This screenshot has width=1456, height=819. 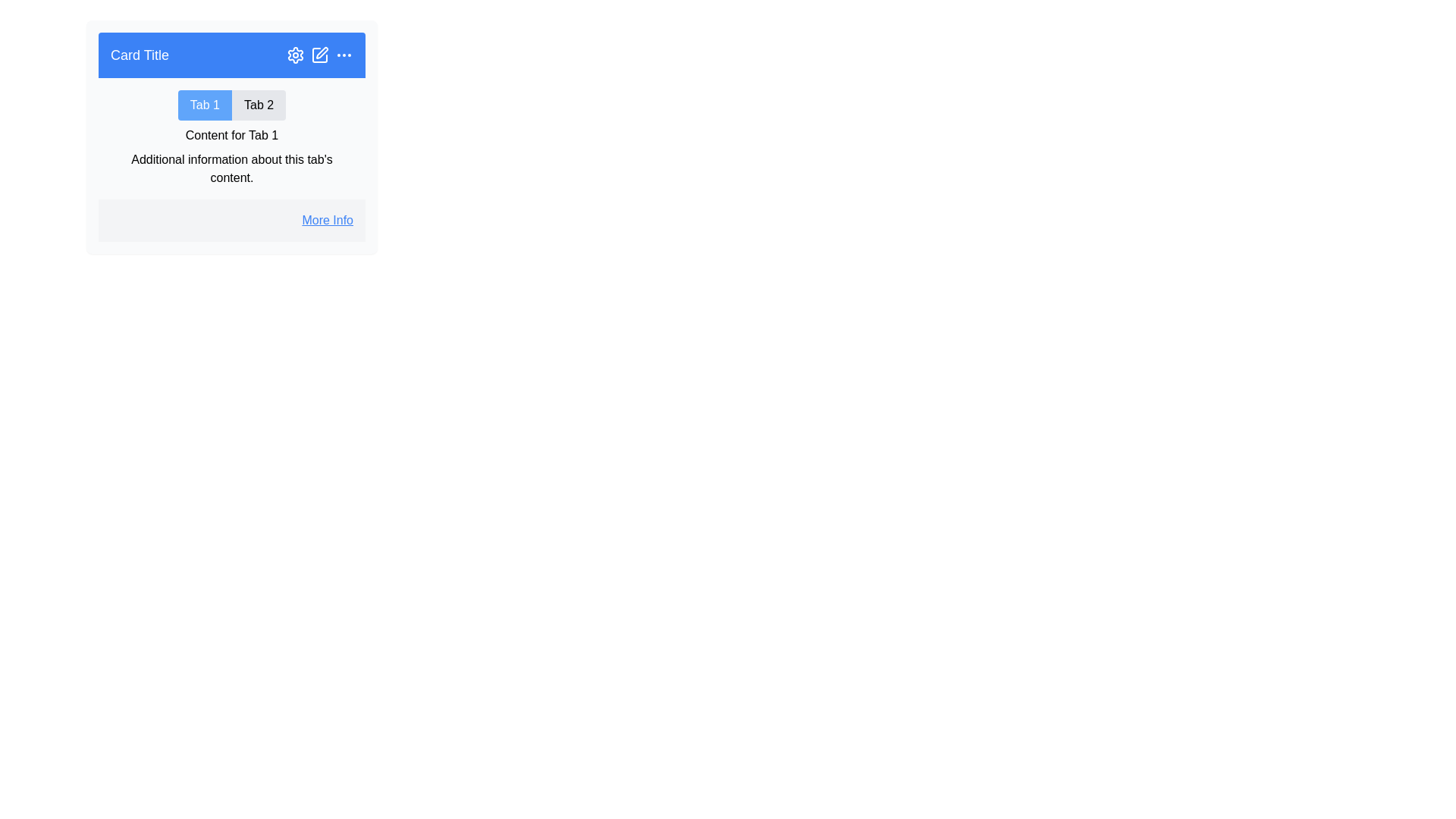 What do you see at coordinates (295, 55) in the screenshot?
I see `the settings icon button located in the header section of the card component, which is the second icon from the left in a horizontally aligned group of three icons` at bounding box center [295, 55].